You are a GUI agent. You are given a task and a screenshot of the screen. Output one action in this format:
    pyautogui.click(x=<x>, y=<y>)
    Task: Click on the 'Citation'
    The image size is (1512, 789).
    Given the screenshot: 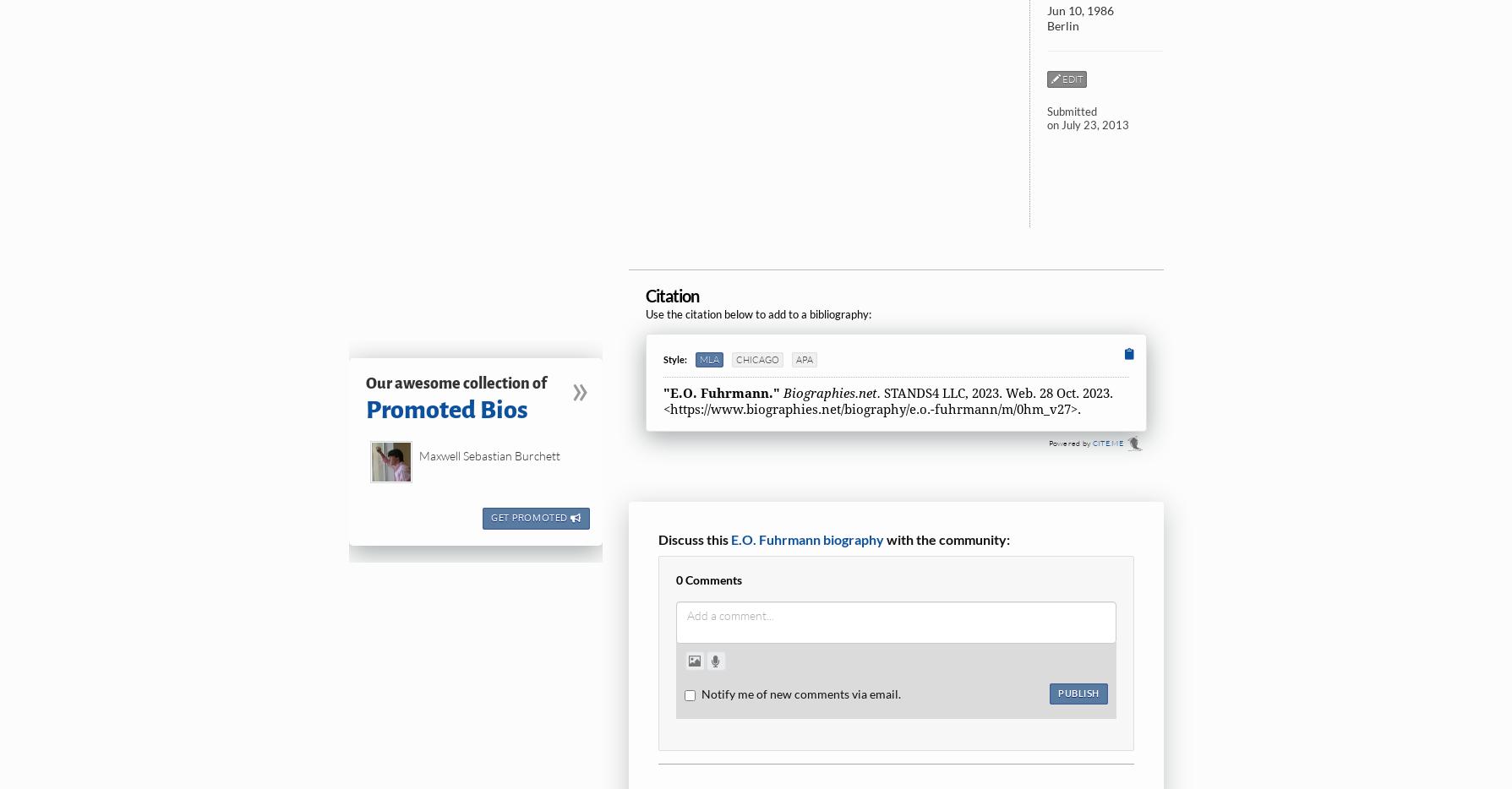 What is the action you would take?
    pyautogui.click(x=671, y=295)
    